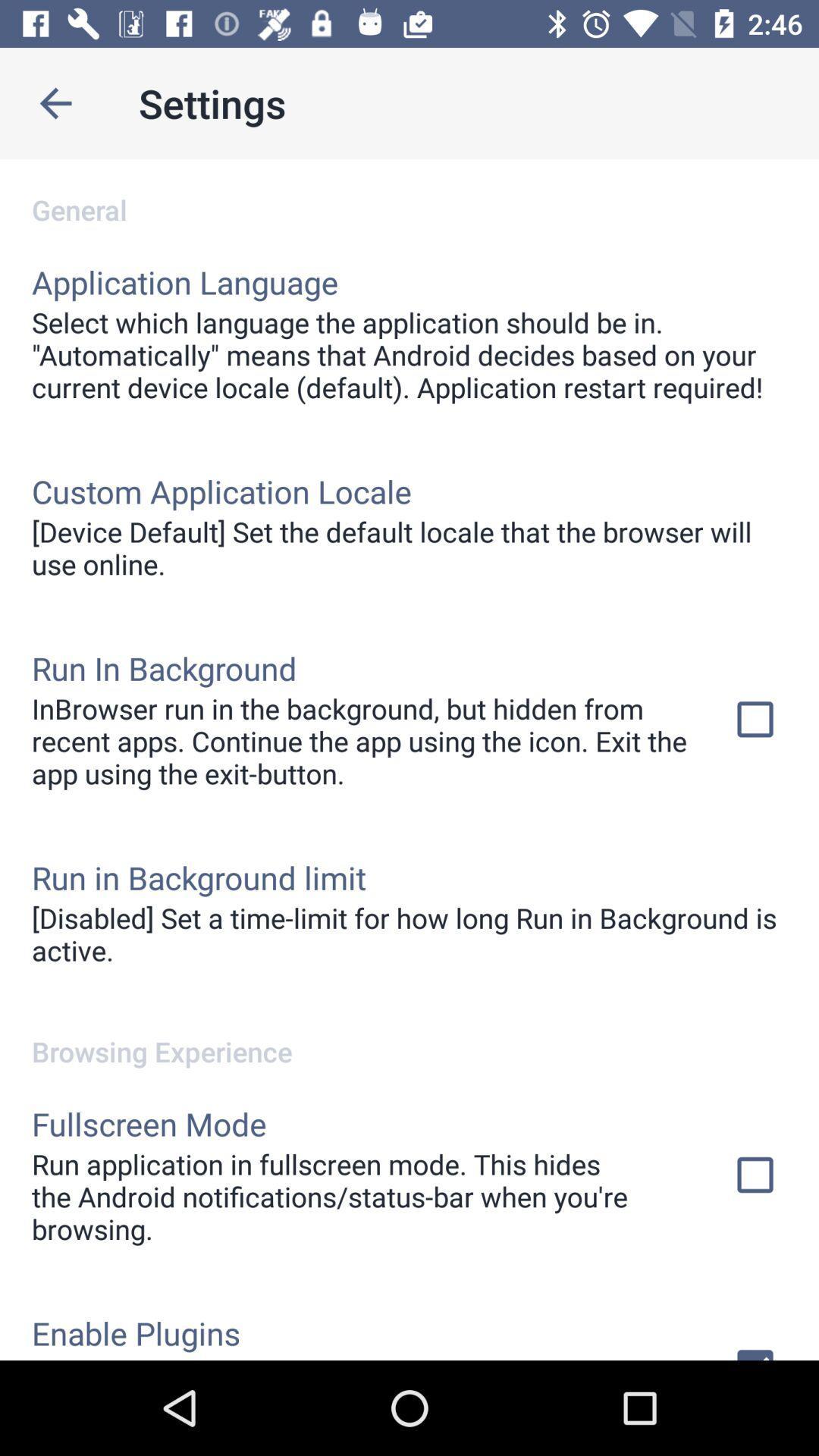 This screenshot has height=1456, width=819. I want to click on previous, so click(55, 102).